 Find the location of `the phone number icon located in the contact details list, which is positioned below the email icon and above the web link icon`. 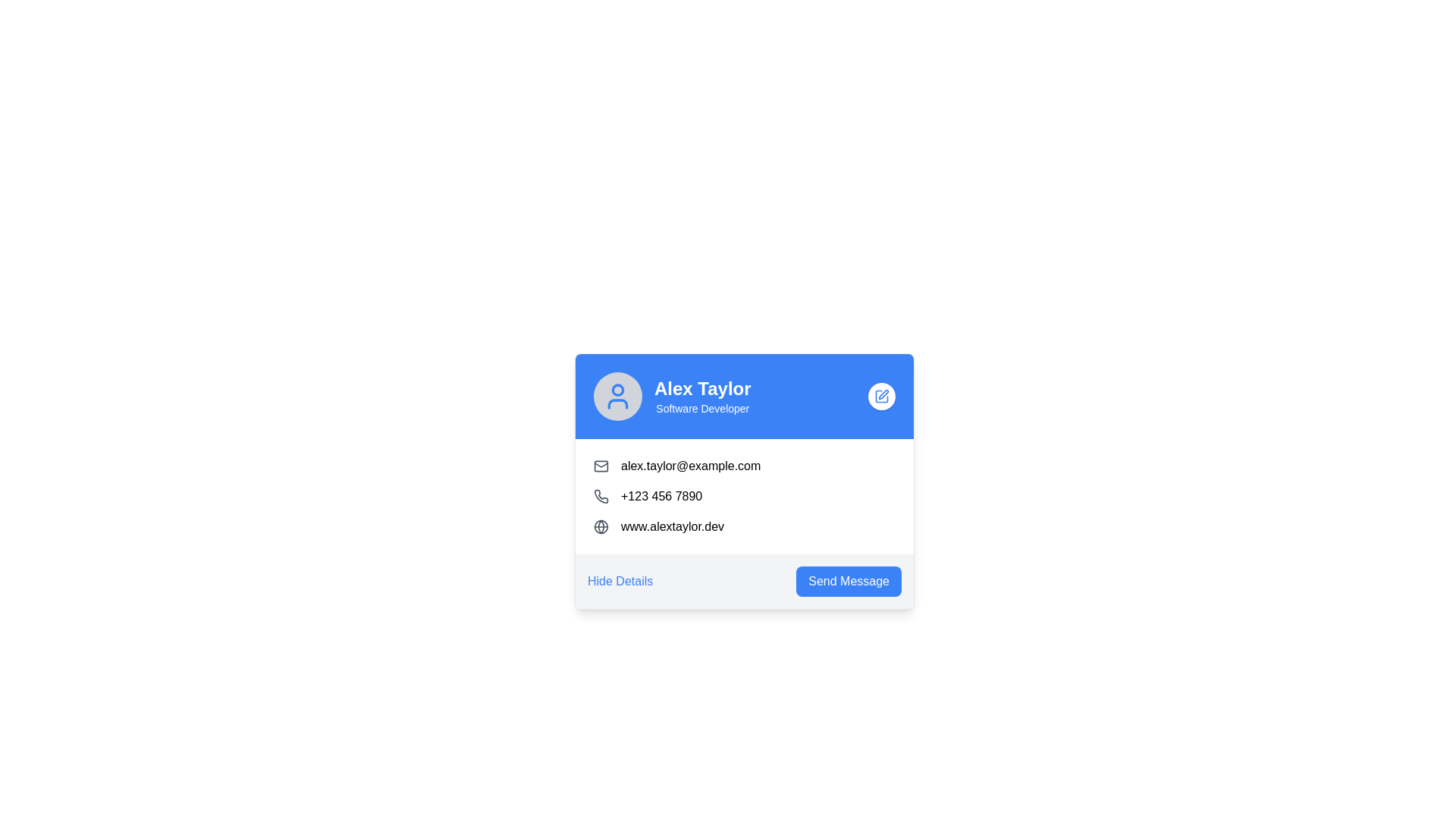

the phone number icon located in the contact details list, which is positioned below the email icon and above the web link icon is located at coordinates (600, 497).